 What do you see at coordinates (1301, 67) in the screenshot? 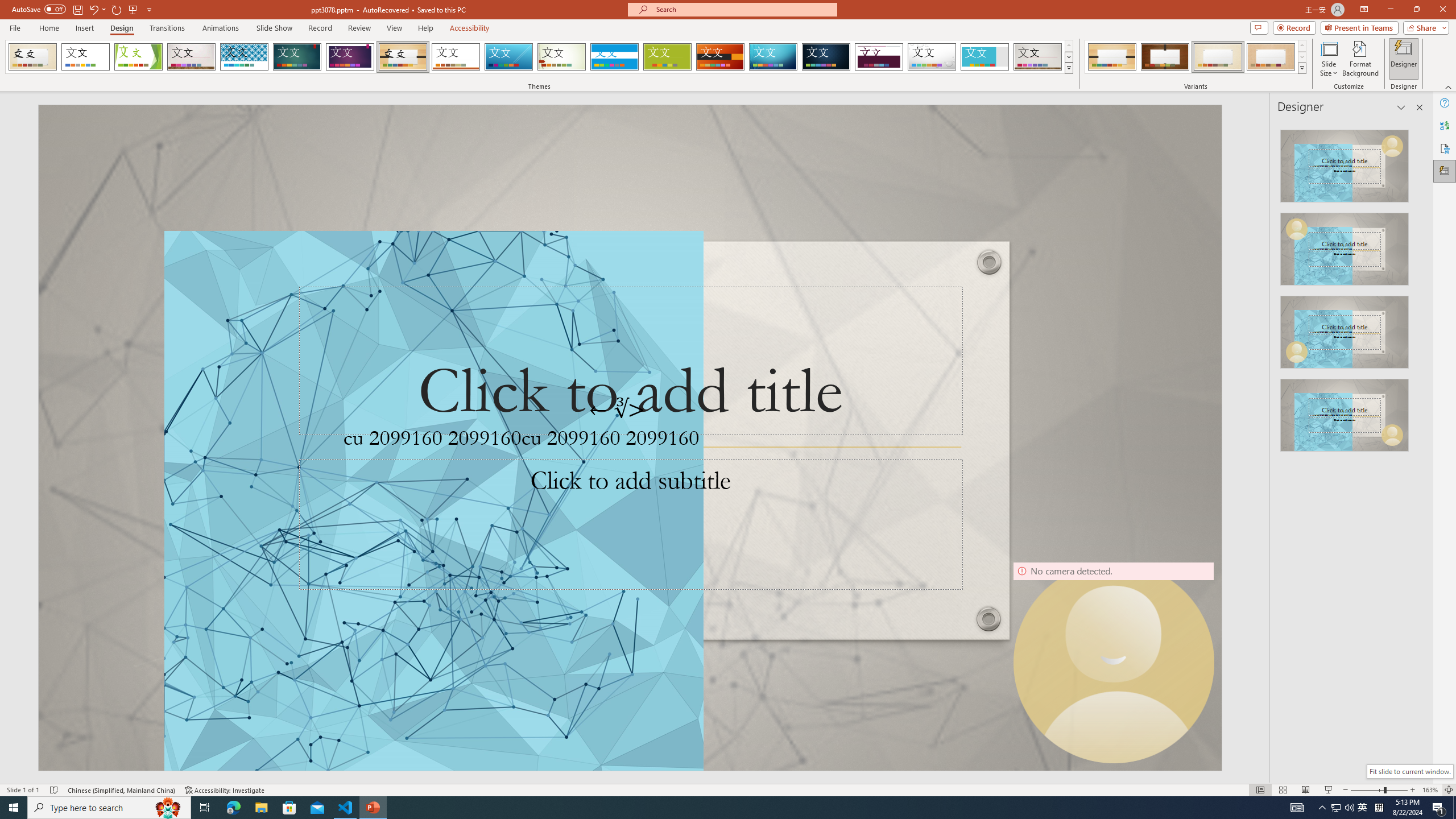
I see `'Variants'` at bounding box center [1301, 67].